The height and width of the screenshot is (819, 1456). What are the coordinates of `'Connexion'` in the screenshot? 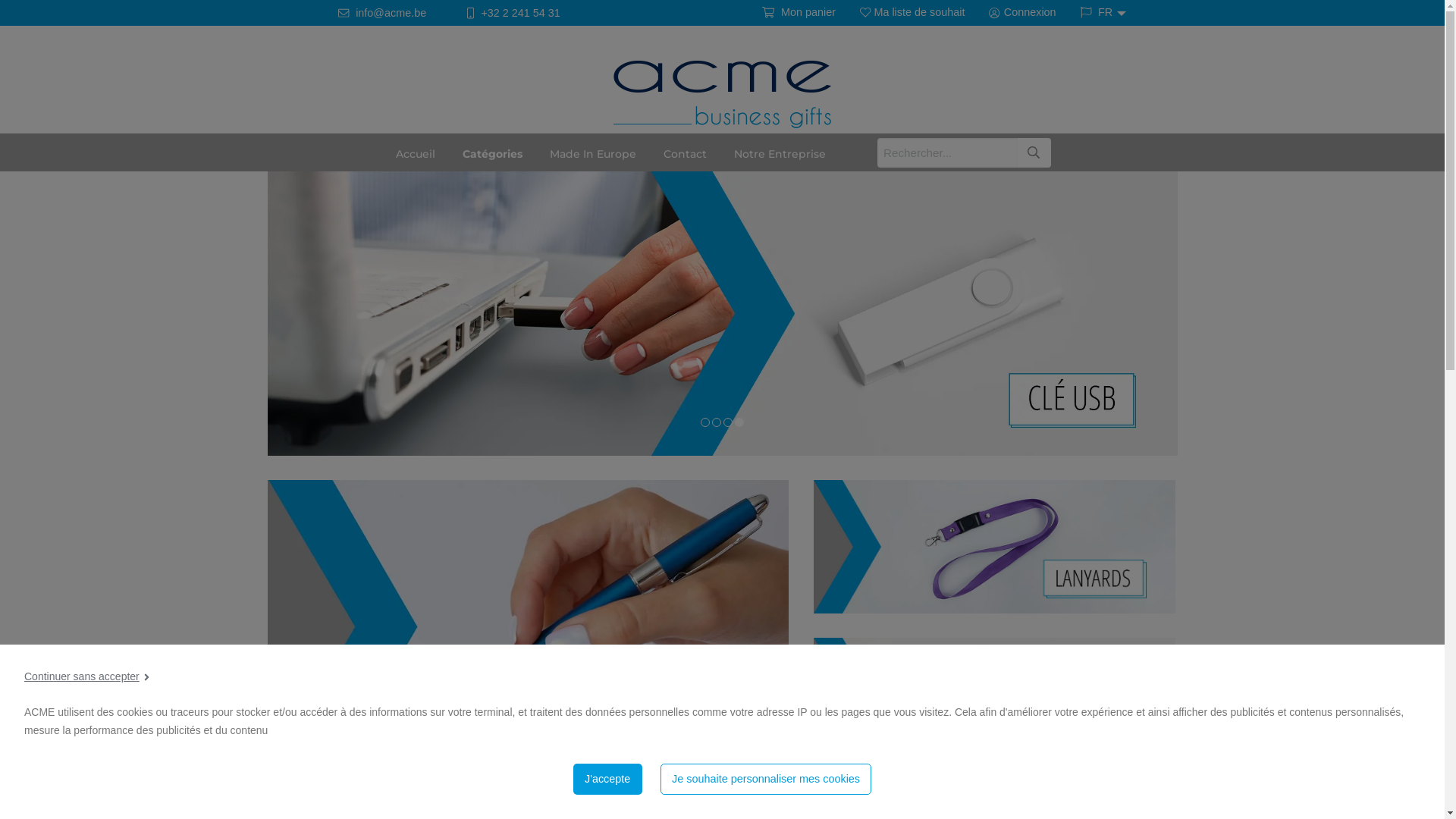 It's located at (1022, 12).